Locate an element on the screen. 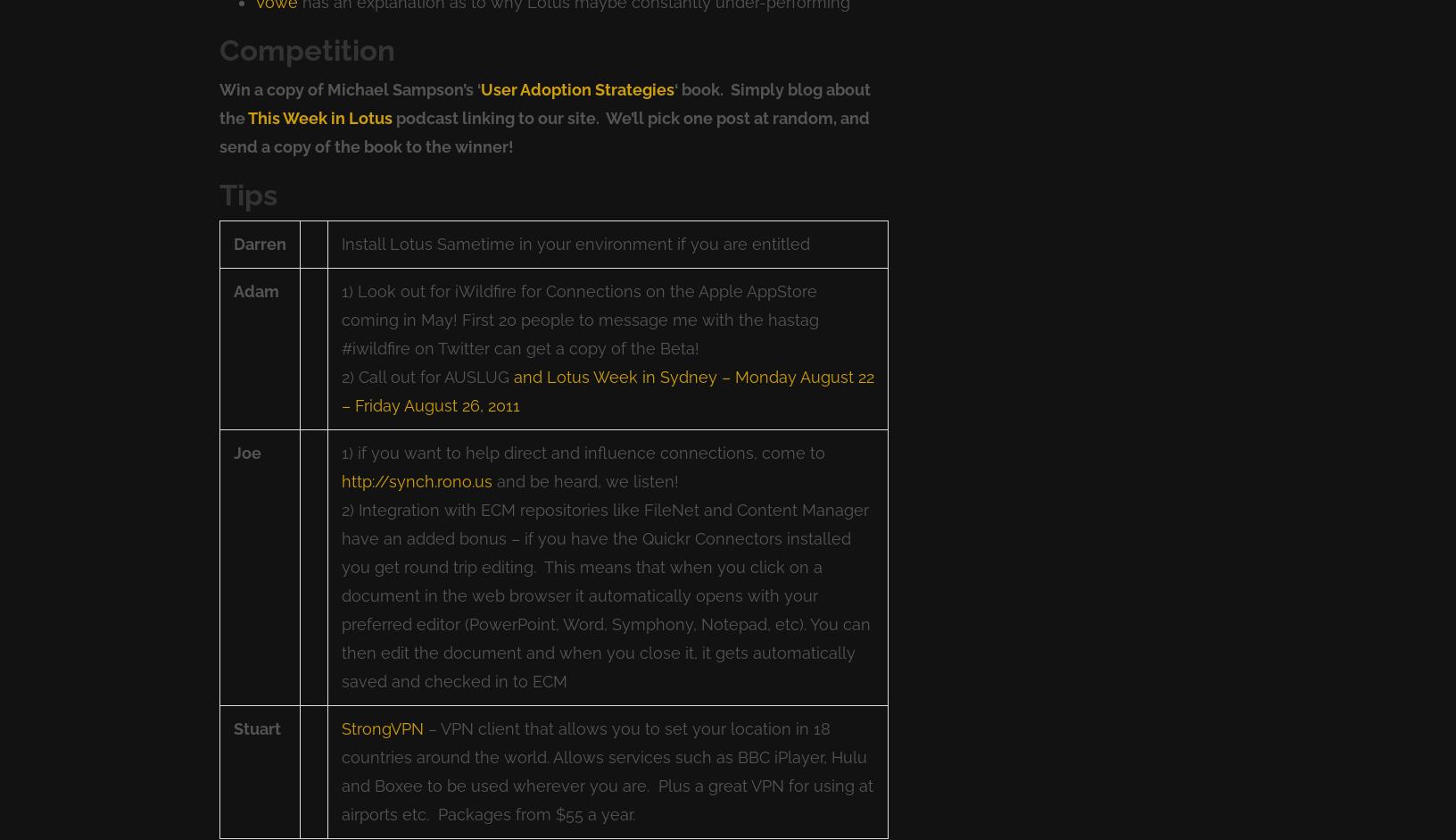 This screenshot has height=840, width=1456. '2) Integration with ECM repositories like FileNet and Content Manager have an added bonus – if you have the Quickr Connectors installed you get round trip editing.  This means that when you click on a document in the web browser it automatically opens with your preferred editor (PowerPoint, Word, Symphony, Notepad, etc). You can then edit the document and when you close it, it gets automatically saved and checked in to ECM' is located at coordinates (605, 595).